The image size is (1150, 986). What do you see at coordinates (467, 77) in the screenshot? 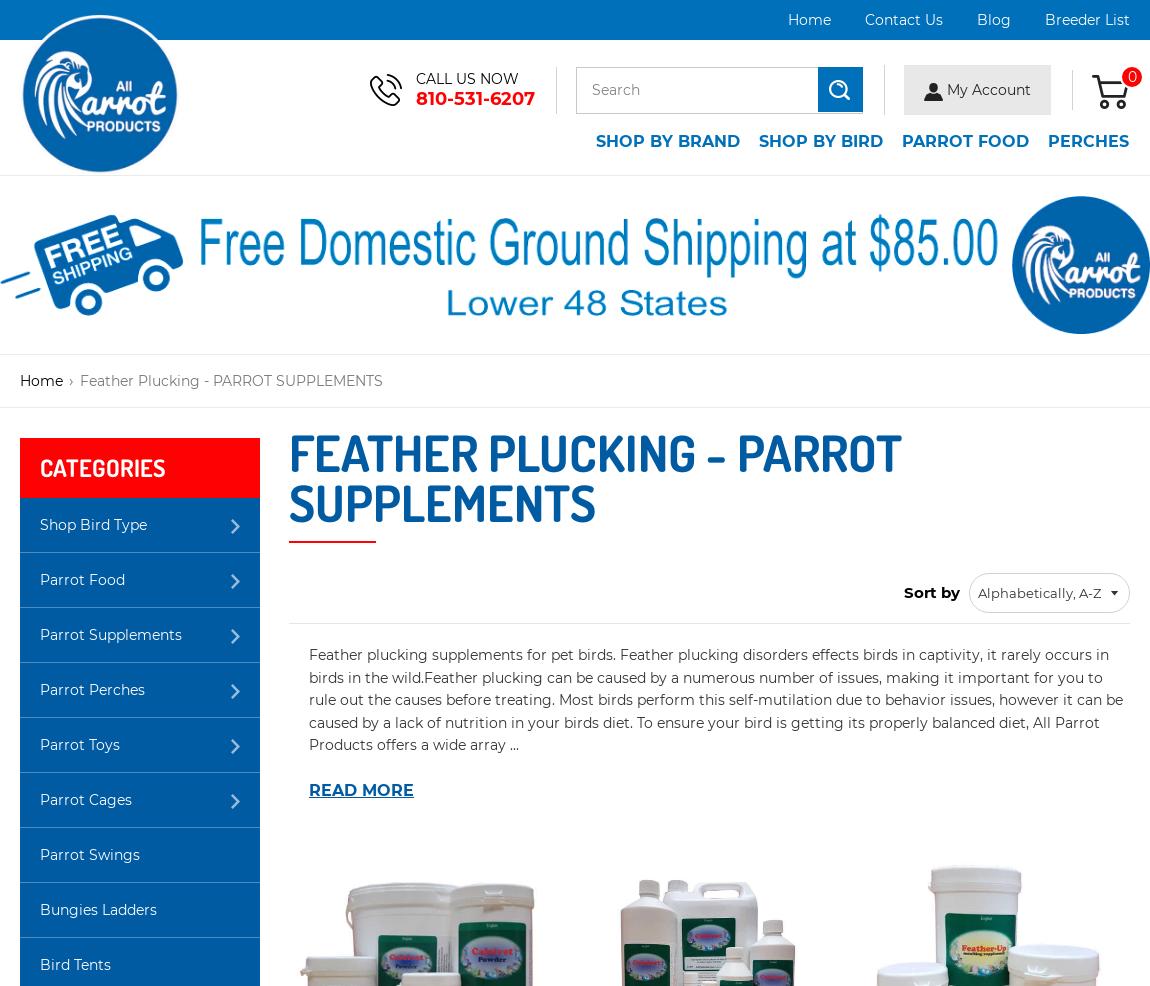
I see `'CALL US NOW'` at bounding box center [467, 77].